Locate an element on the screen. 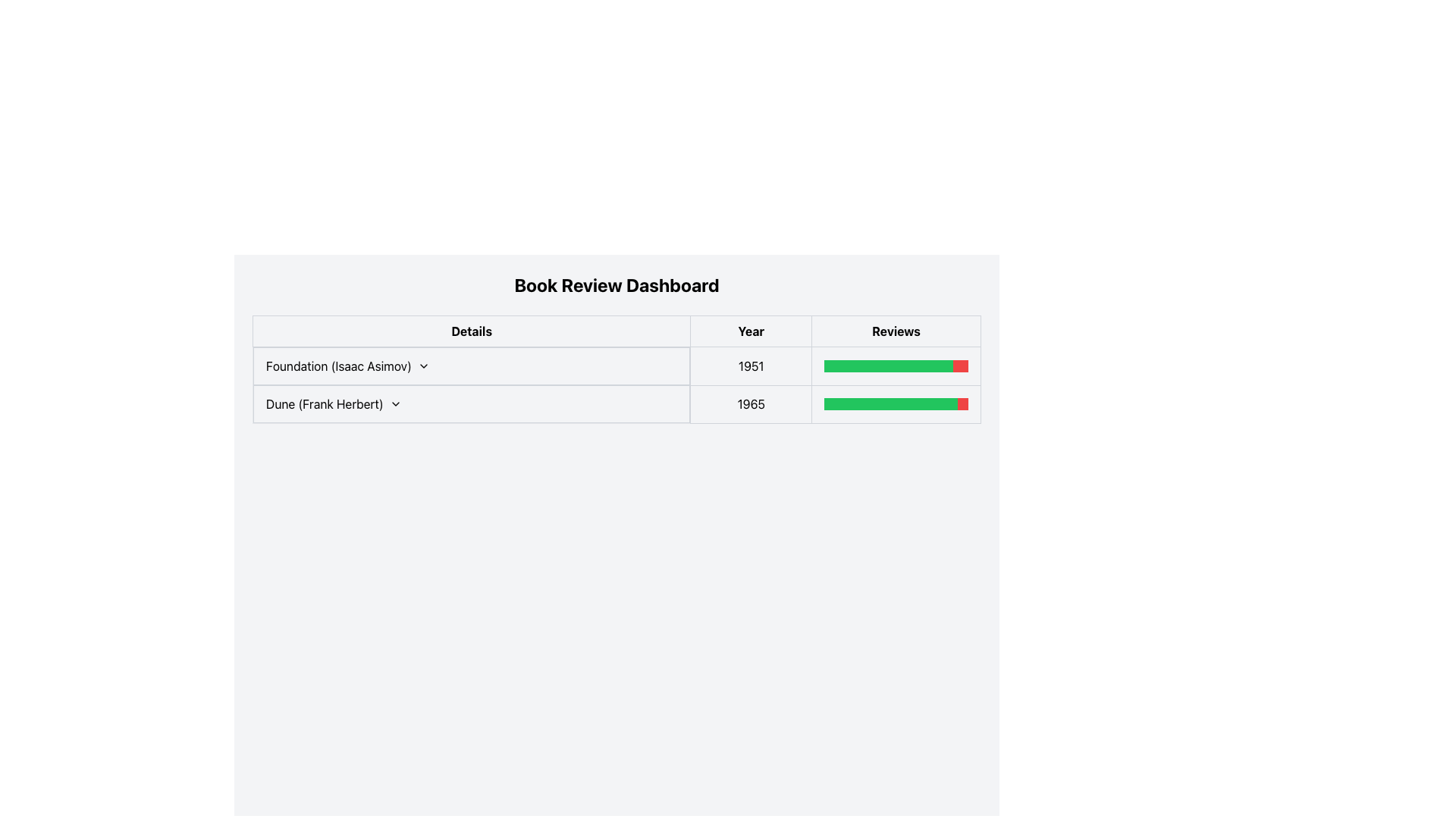 The image size is (1456, 819). the visual progress indication of the progress bar in the 'Reviews' column for the book 'Foundation (Isaac Asimov)', which aligns with the '1951' entry in the 'Year' column is located at coordinates (896, 366).